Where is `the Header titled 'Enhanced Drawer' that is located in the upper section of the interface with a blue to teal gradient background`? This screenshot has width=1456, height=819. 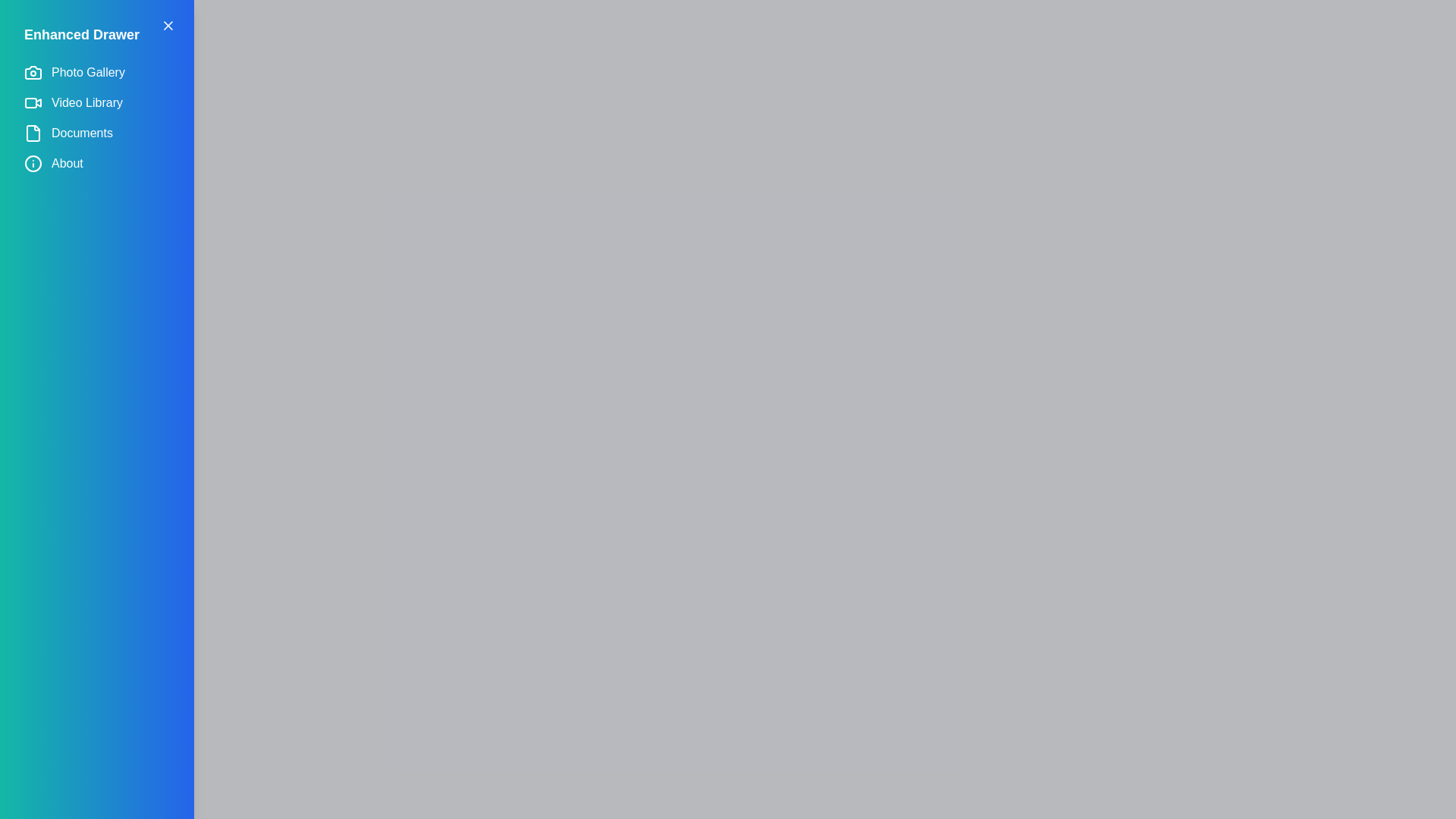 the Header titled 'Enhanced Drawer' that is located in the upper section of the interface with a blue to teal gradient background is located at coordinates (96, 34).